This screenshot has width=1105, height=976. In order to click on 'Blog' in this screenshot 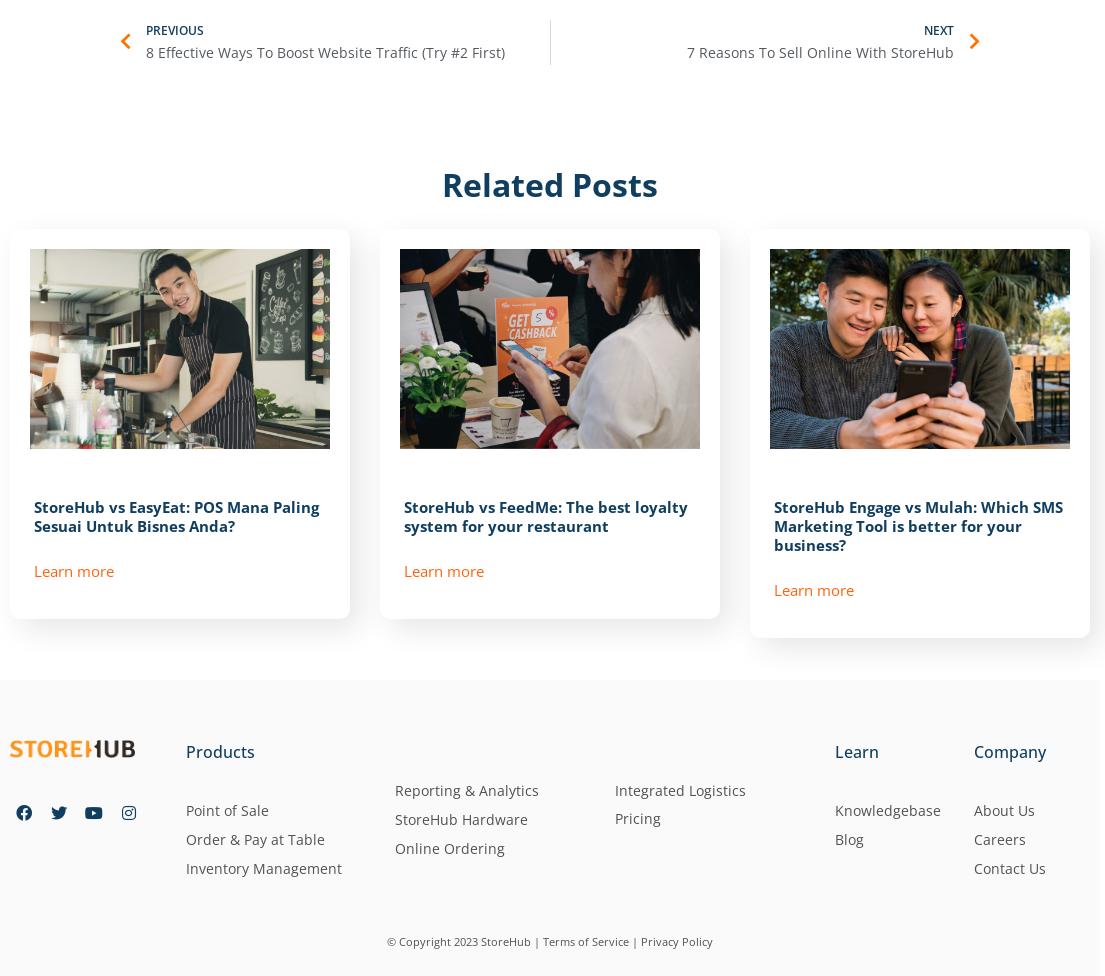, I will do `click(849, 838)`.